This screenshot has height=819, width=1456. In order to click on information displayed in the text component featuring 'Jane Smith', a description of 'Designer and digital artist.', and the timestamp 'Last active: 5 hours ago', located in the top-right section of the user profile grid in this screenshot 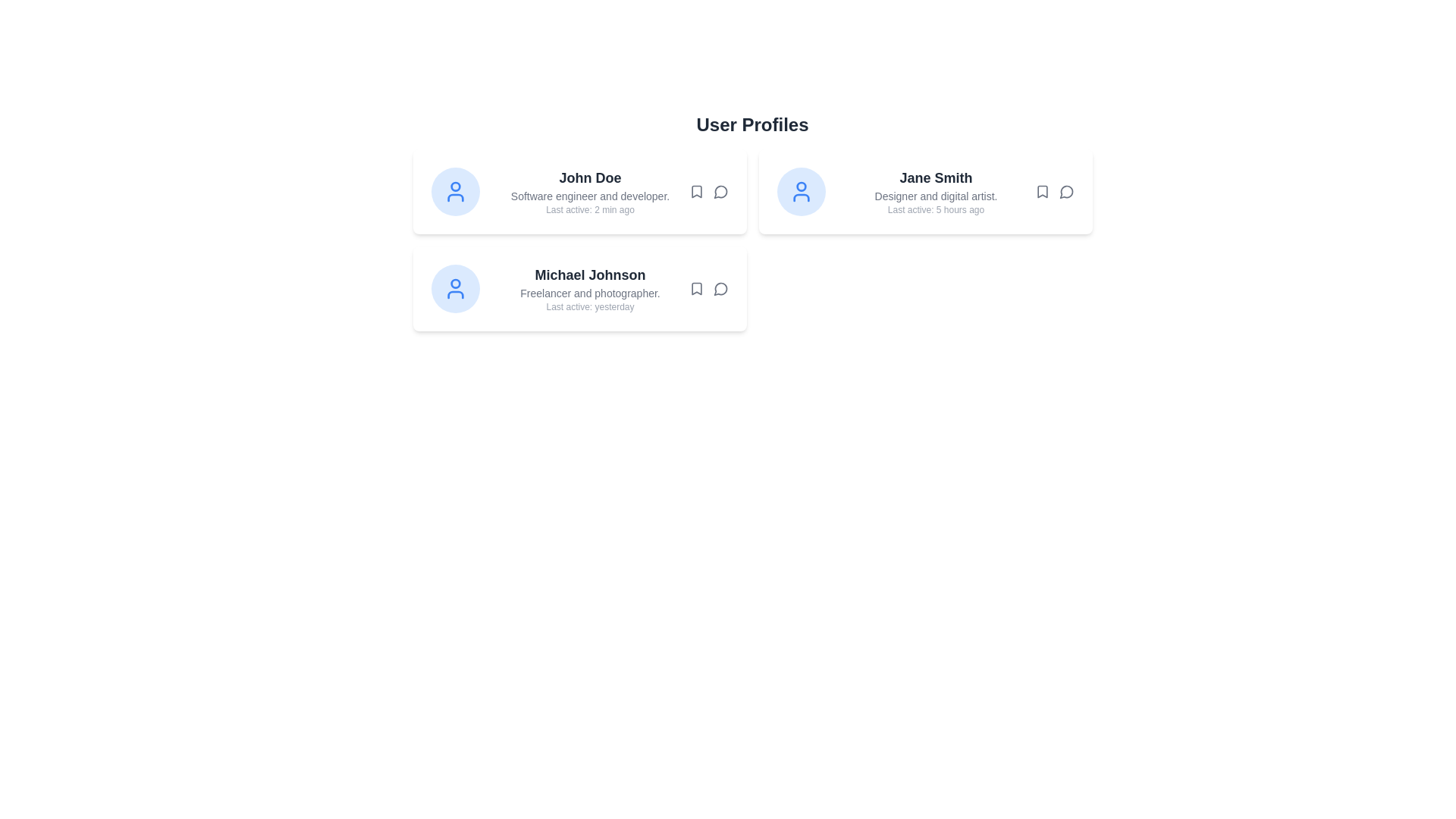, I will do `click(935, 191)`.